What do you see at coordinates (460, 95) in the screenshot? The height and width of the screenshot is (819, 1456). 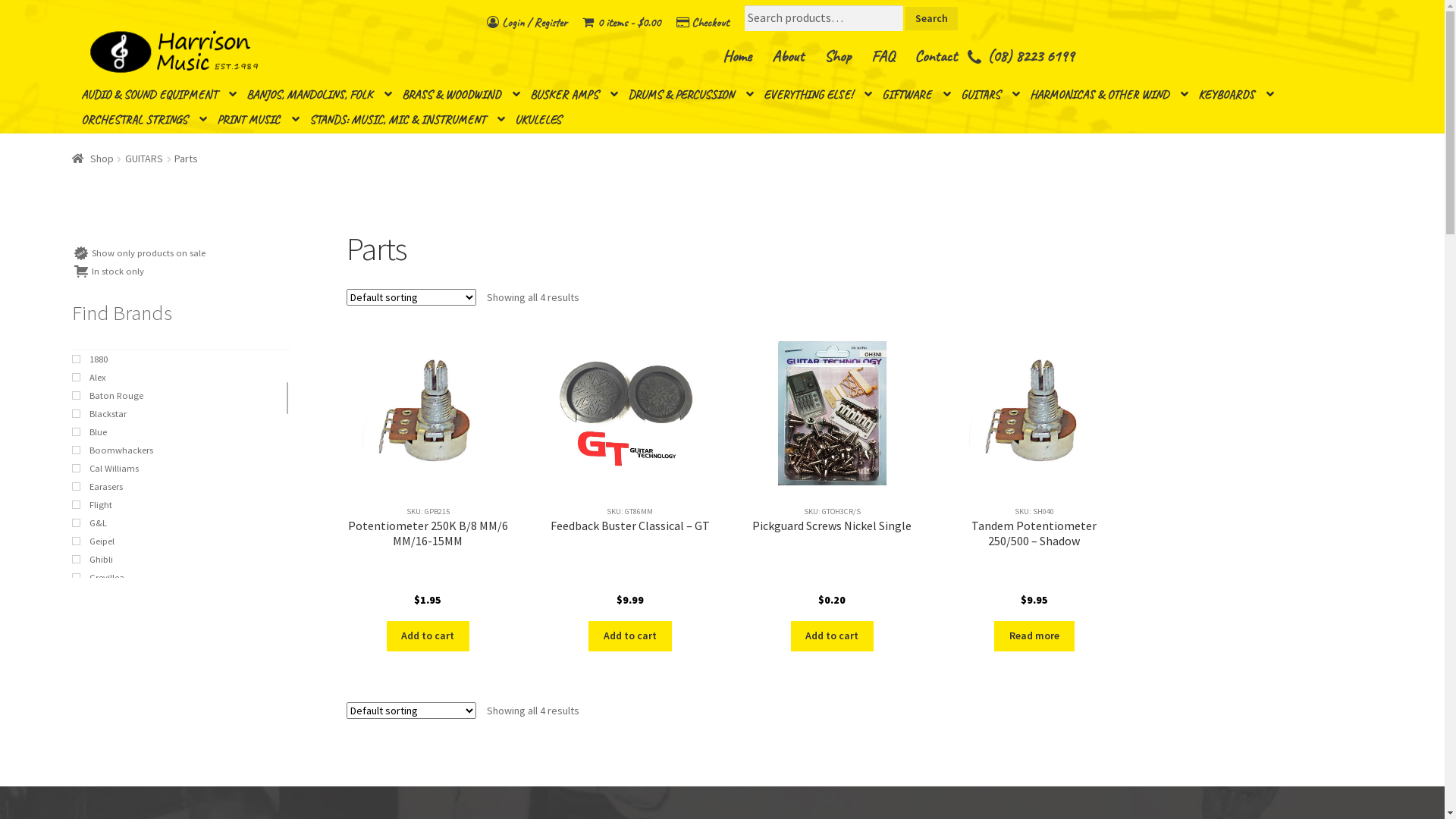 I see `'BRASS & WOODWIND'` at bounding box center [460, 95].